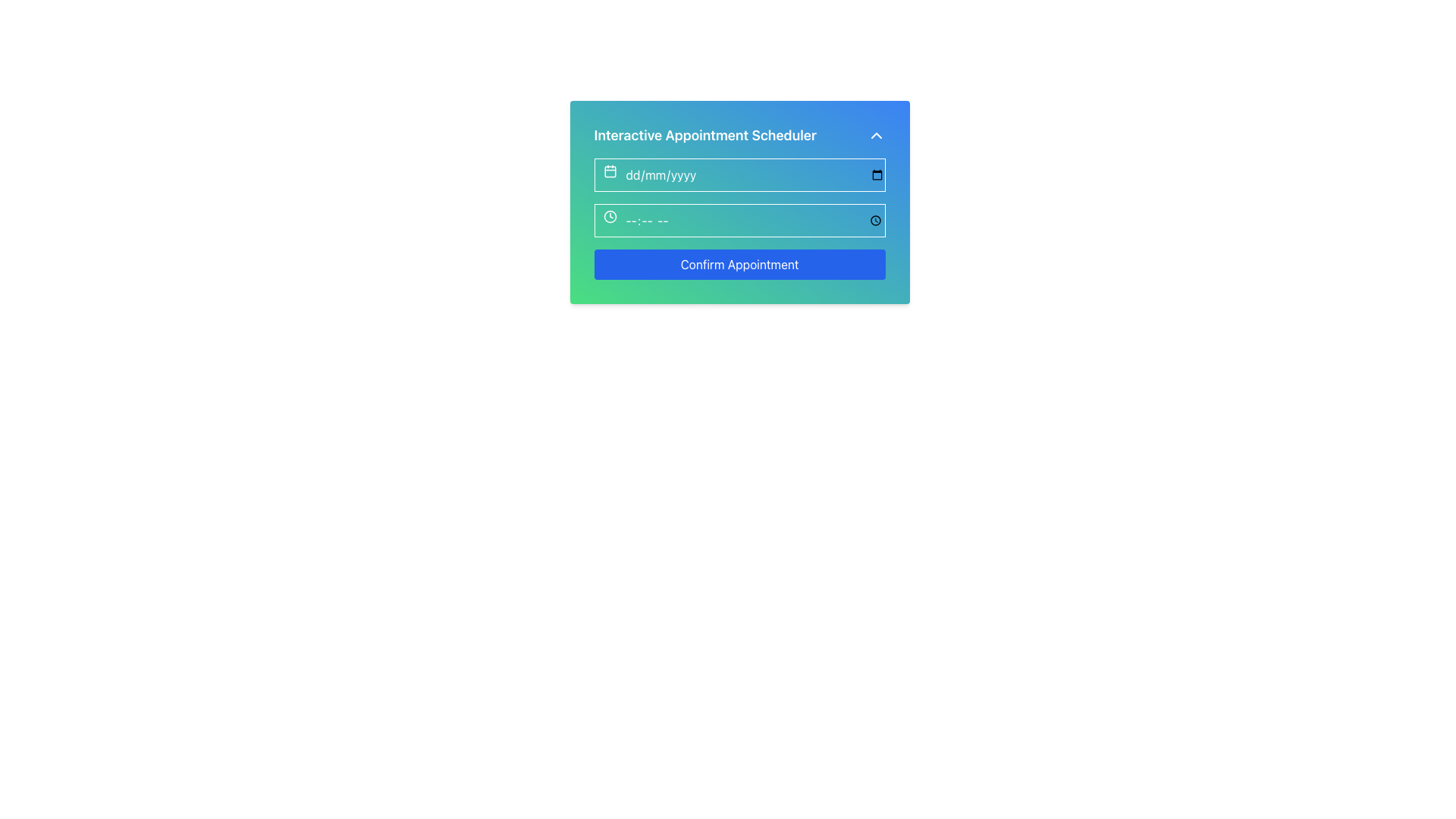  Describe the element at coordinates (739, 220) in the screenshot. I see `into the time input field located in the Interactive Appointment Scheduler` at that location.